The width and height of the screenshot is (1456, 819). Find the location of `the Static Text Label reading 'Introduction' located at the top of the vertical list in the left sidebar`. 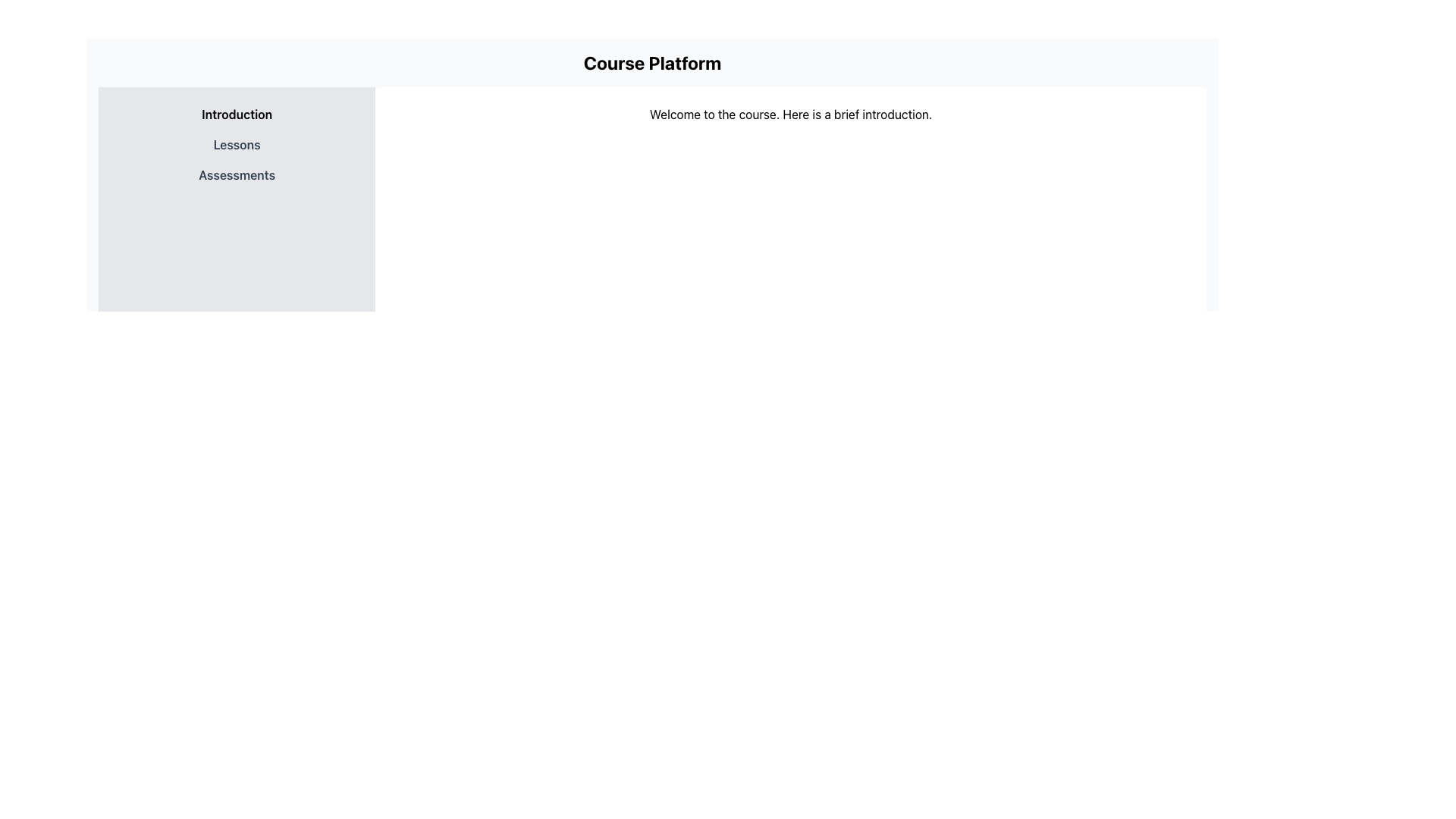

the Static Text Label reading 'Introduction' located at the top of the vertical list in the left sidebar is located at coordinates (236, 113).